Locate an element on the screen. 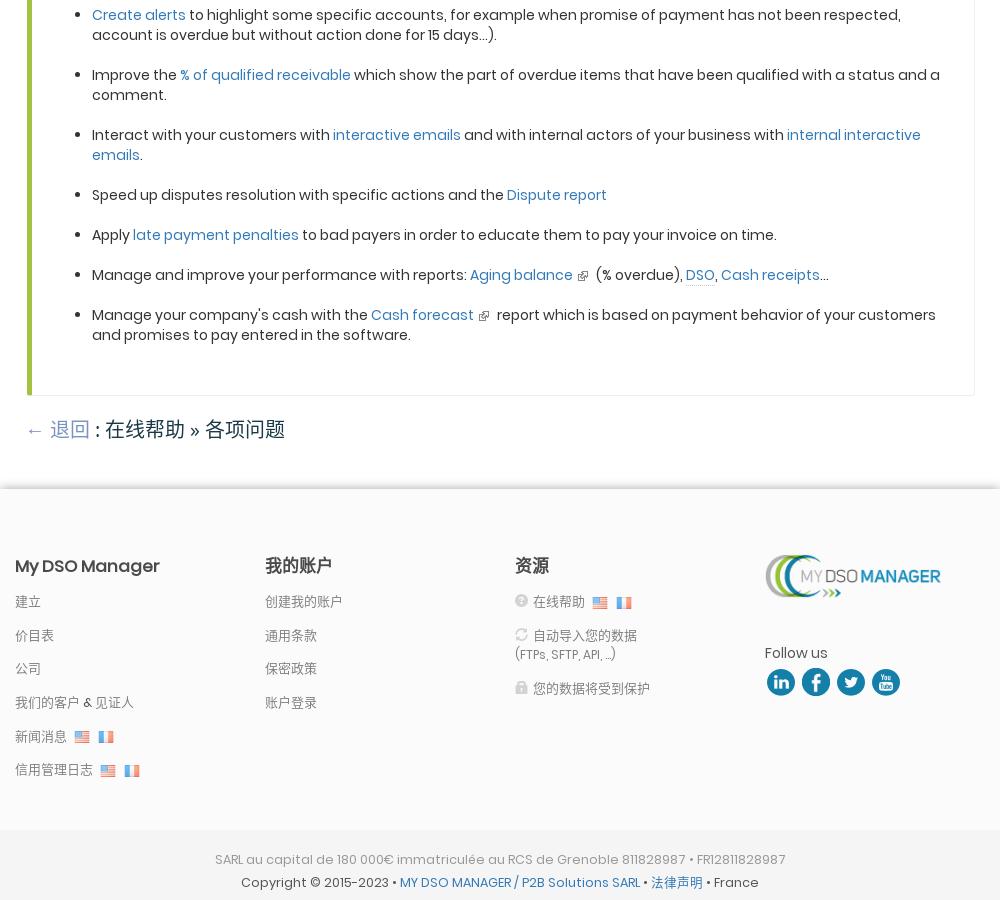  'and with internal actors of your business with' is located at coordinates (623, 134).